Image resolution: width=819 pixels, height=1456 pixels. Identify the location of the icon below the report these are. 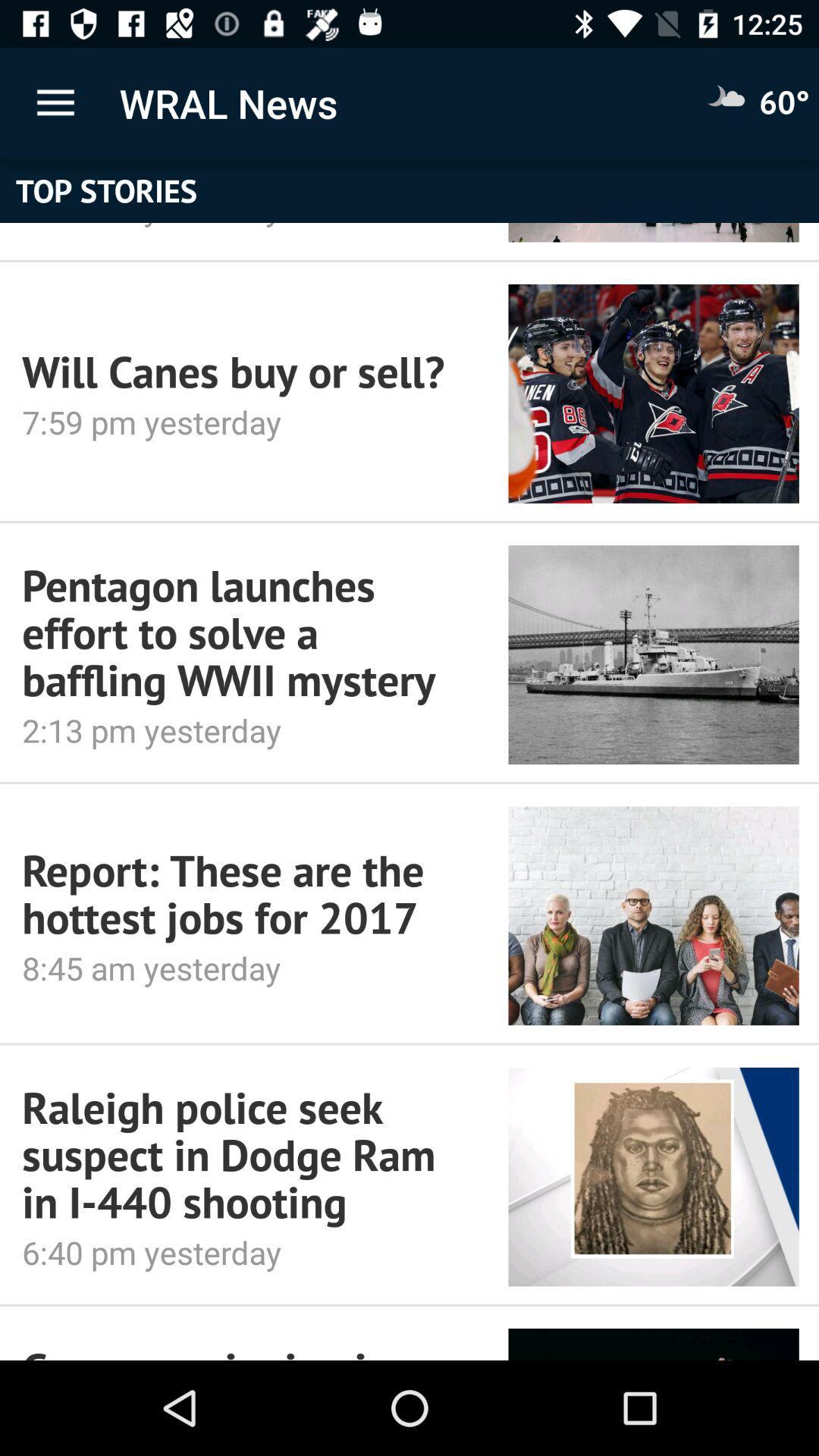
(243, 967).